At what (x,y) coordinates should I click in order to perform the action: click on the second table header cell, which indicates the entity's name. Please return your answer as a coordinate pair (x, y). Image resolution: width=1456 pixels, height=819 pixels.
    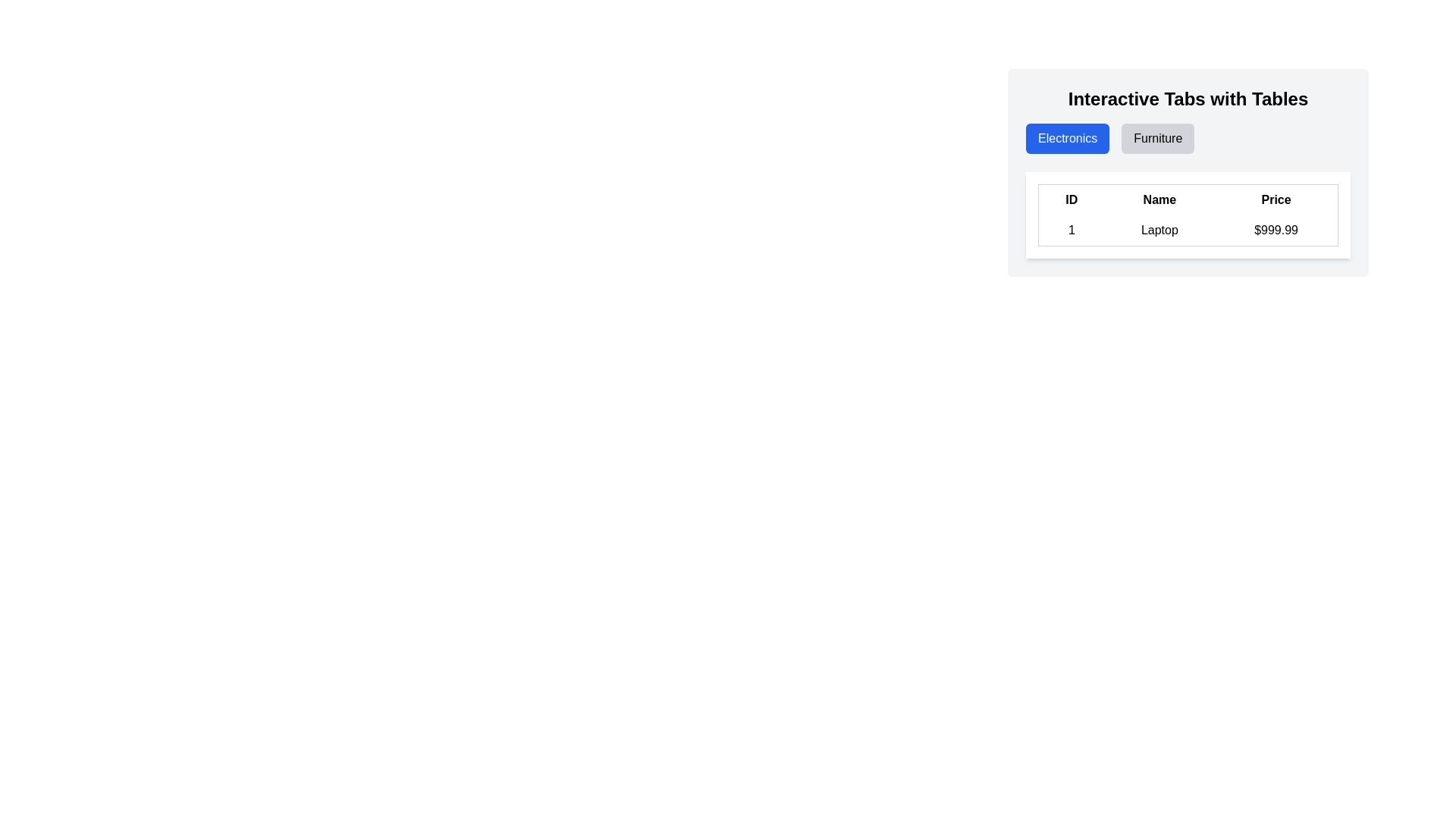
    Looking at the image, I should click on (1159, 199).